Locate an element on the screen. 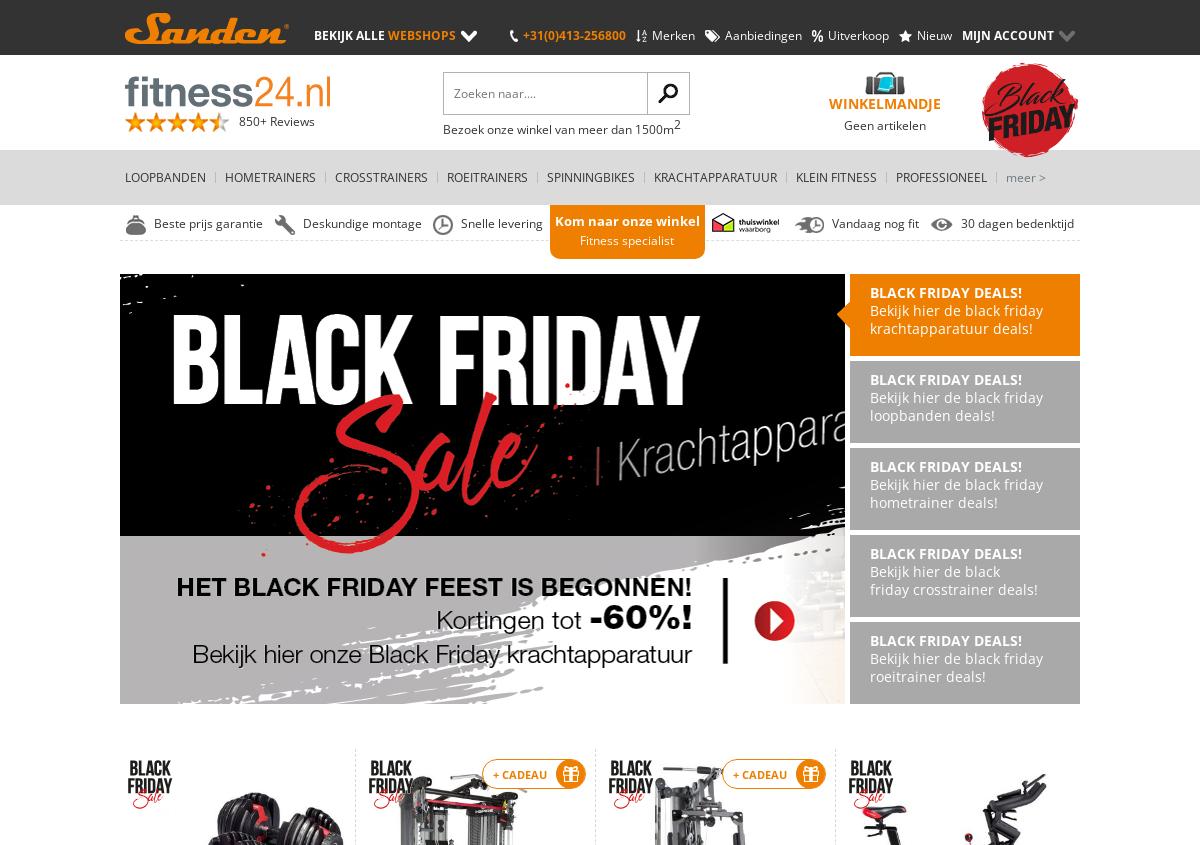 The width and height of the screenshot is (1200, 845). 'Snelle levering' is located at coordinates (460, 222).